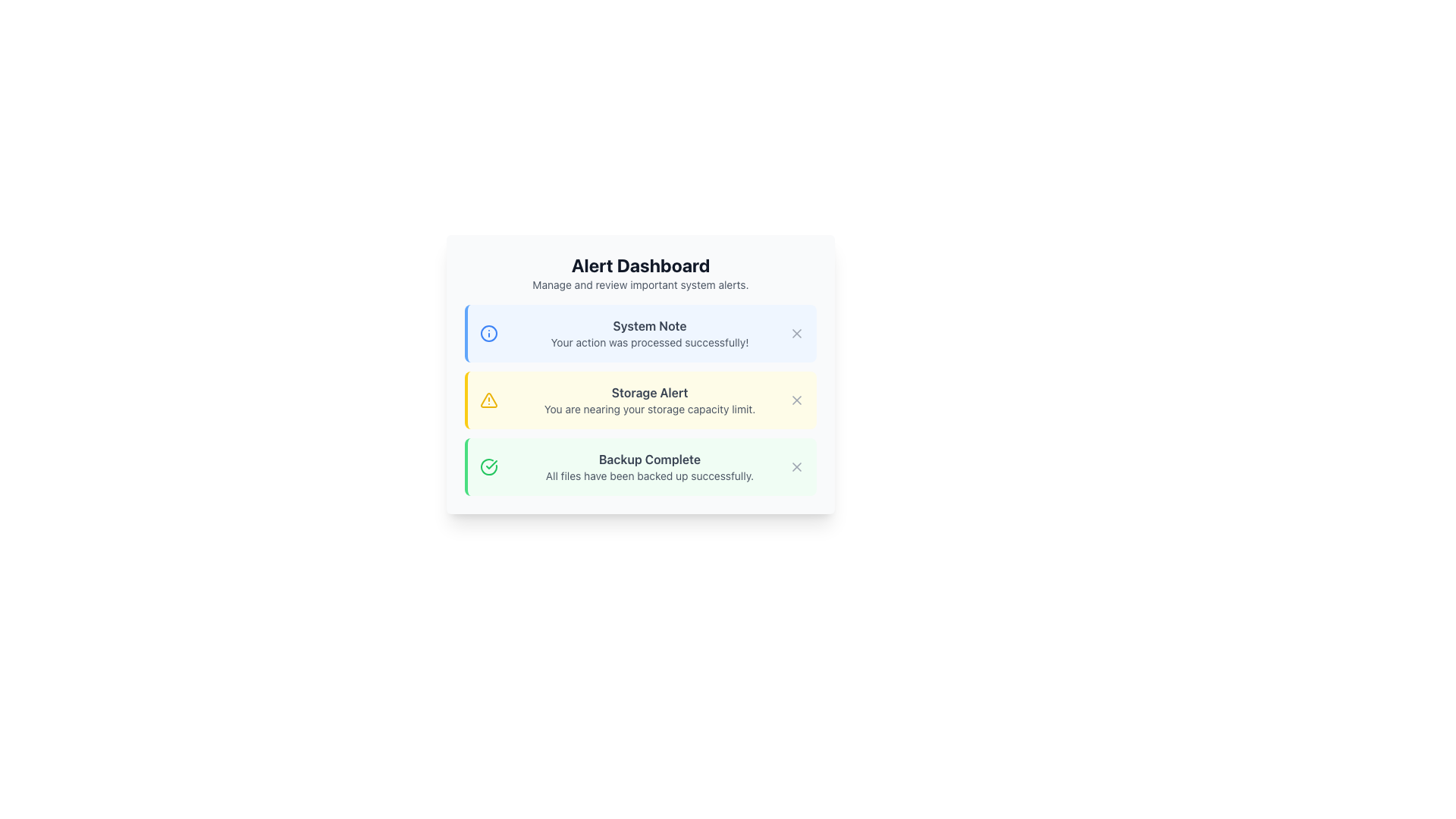  Describe the element at coordinates (640, 400) in the screenshot. I see `the 'Storage Alert' notification, which is the second alert in a vertical stack of alerts with a light yellow background and a bold title` at that location.